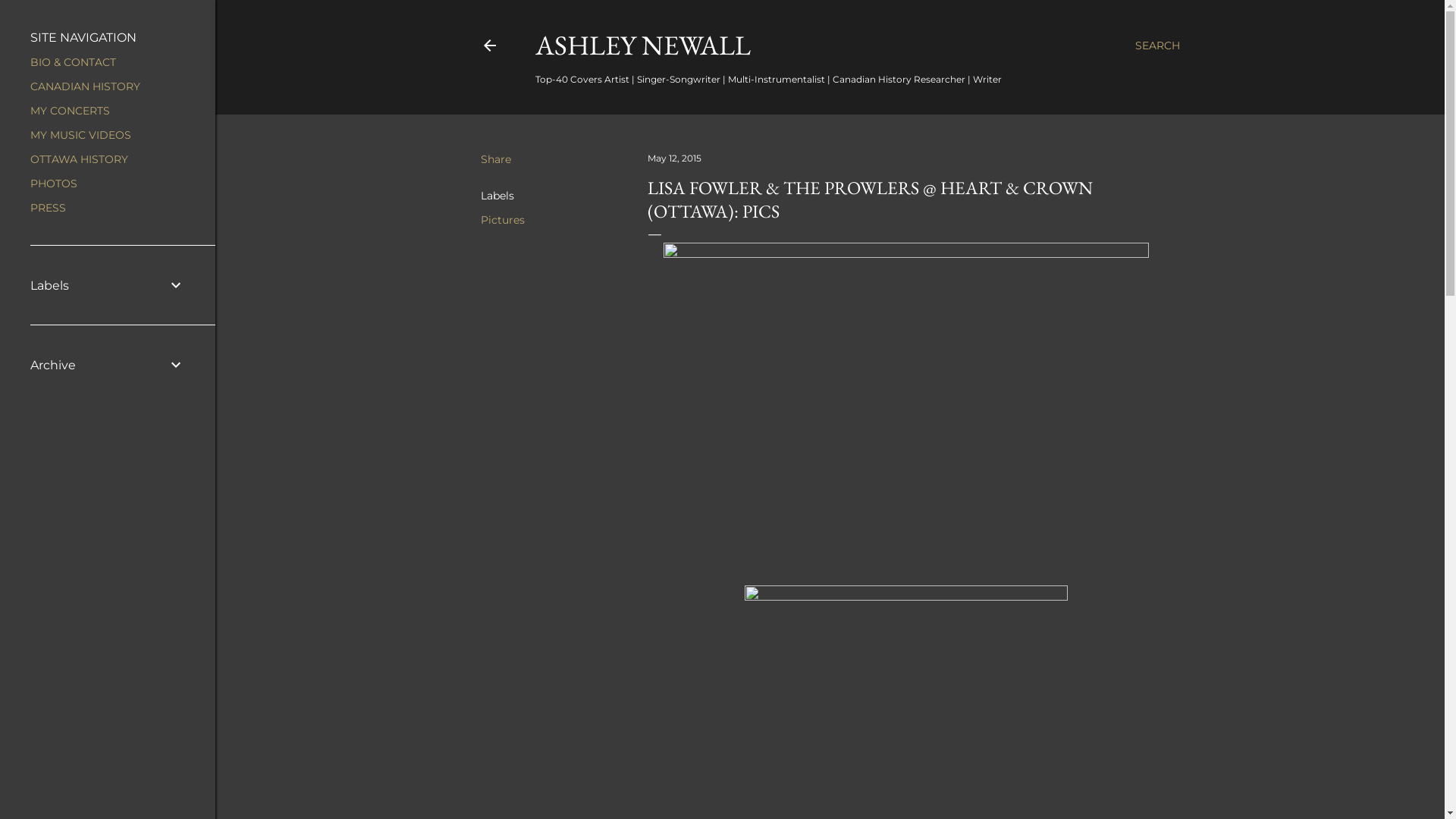  I want to click on 'ASHLEY NEWALL', so click(643, 44).